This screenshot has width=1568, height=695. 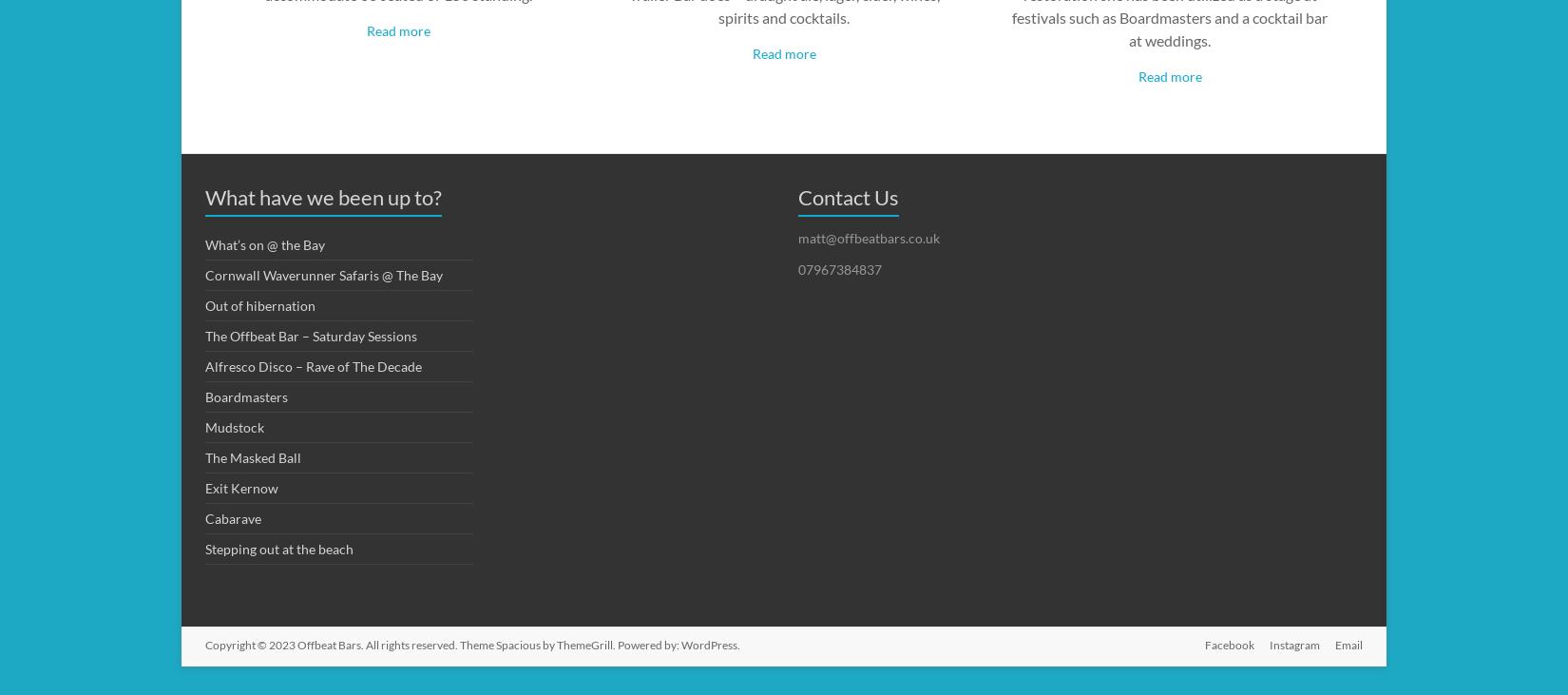 I want to click on 'What have we been up to?', so click(x=323, y=196).